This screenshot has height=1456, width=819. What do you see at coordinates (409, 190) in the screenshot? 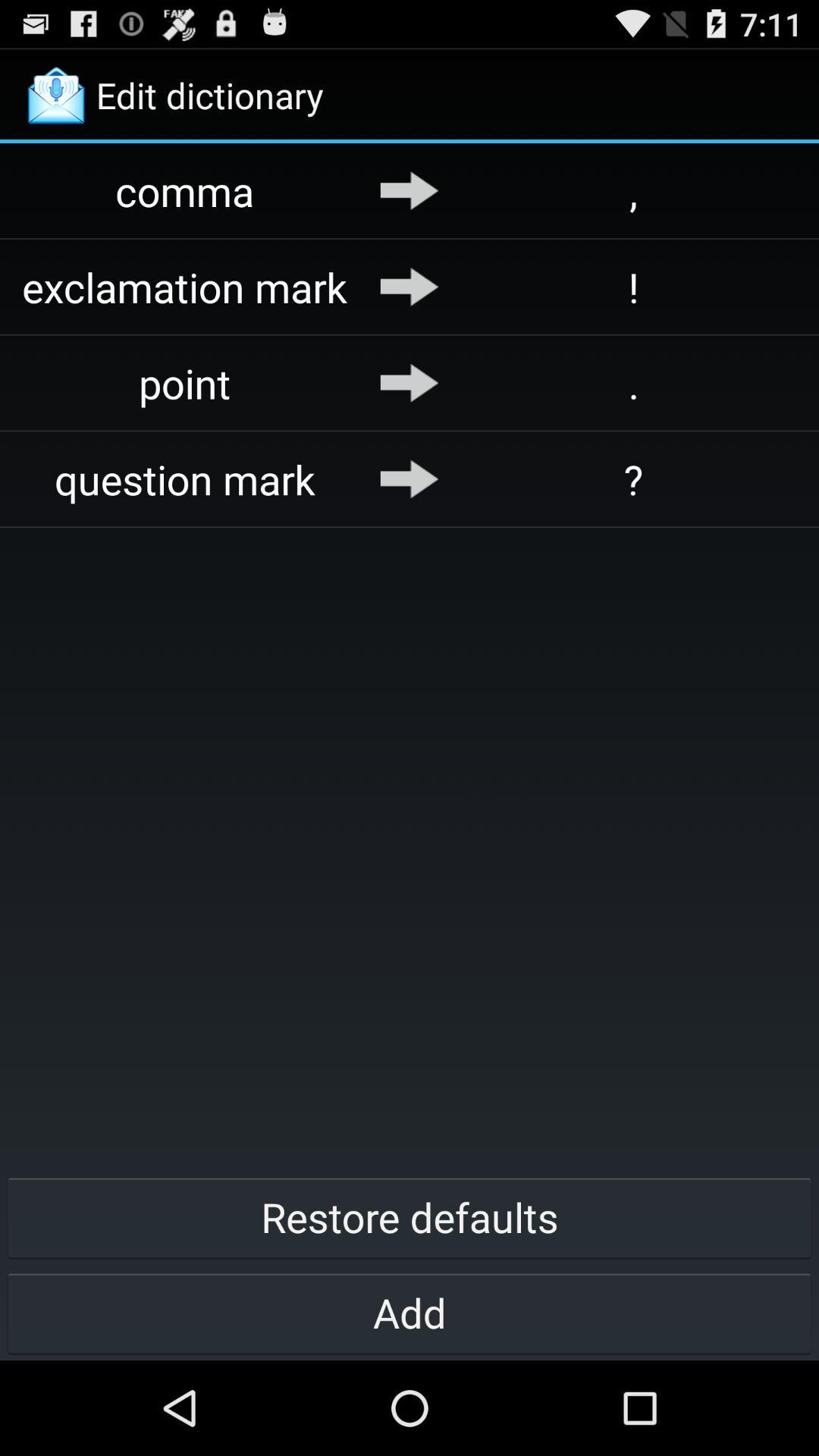
I see `the item next to the comma` at bounding box center [409, 190].